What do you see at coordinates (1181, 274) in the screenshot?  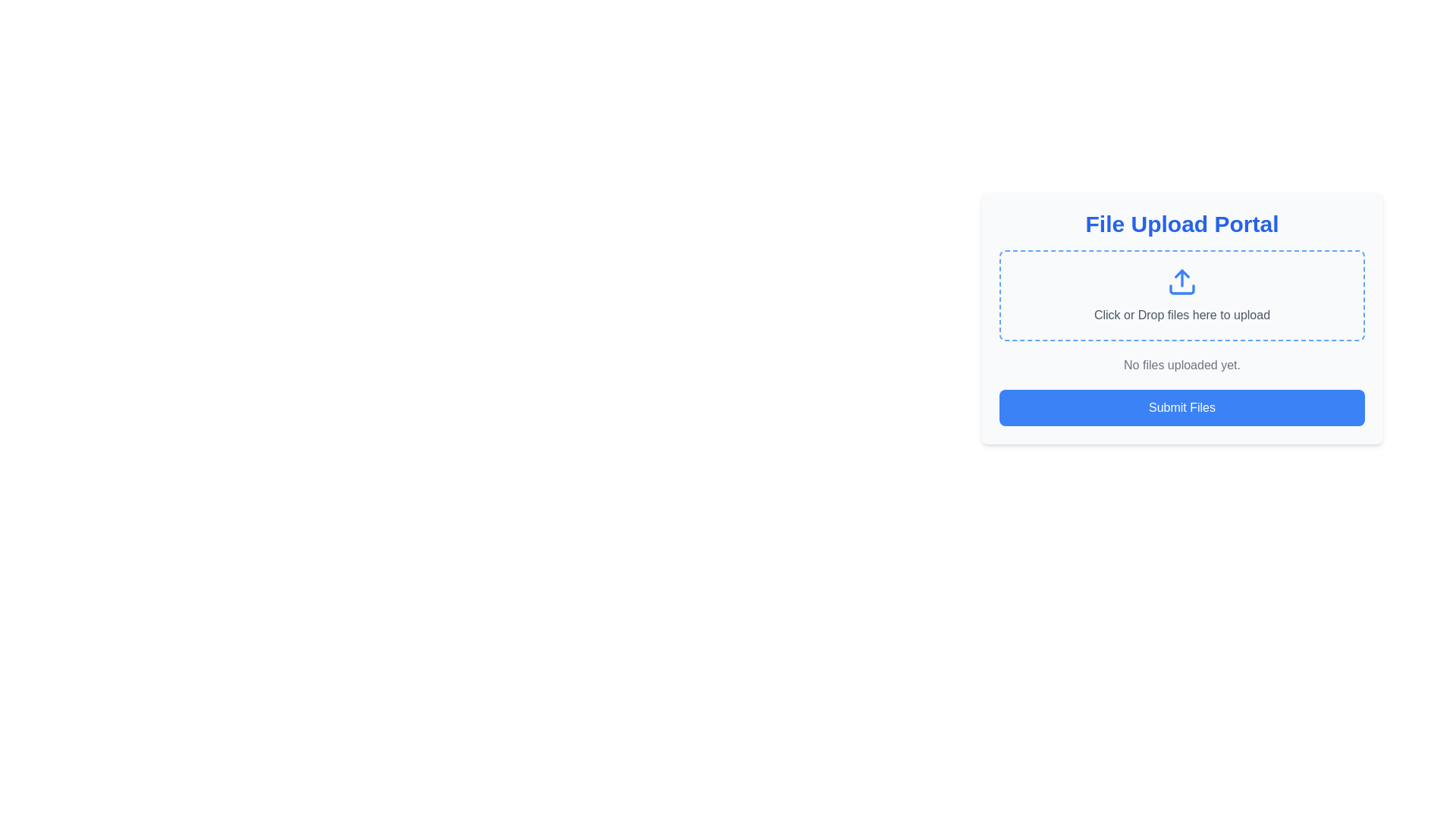 I see `the upward-pointing arrow polygon graphic element within the blue outlined upload icon in the center of the file upload interface` at bounding box center [1181, 274].